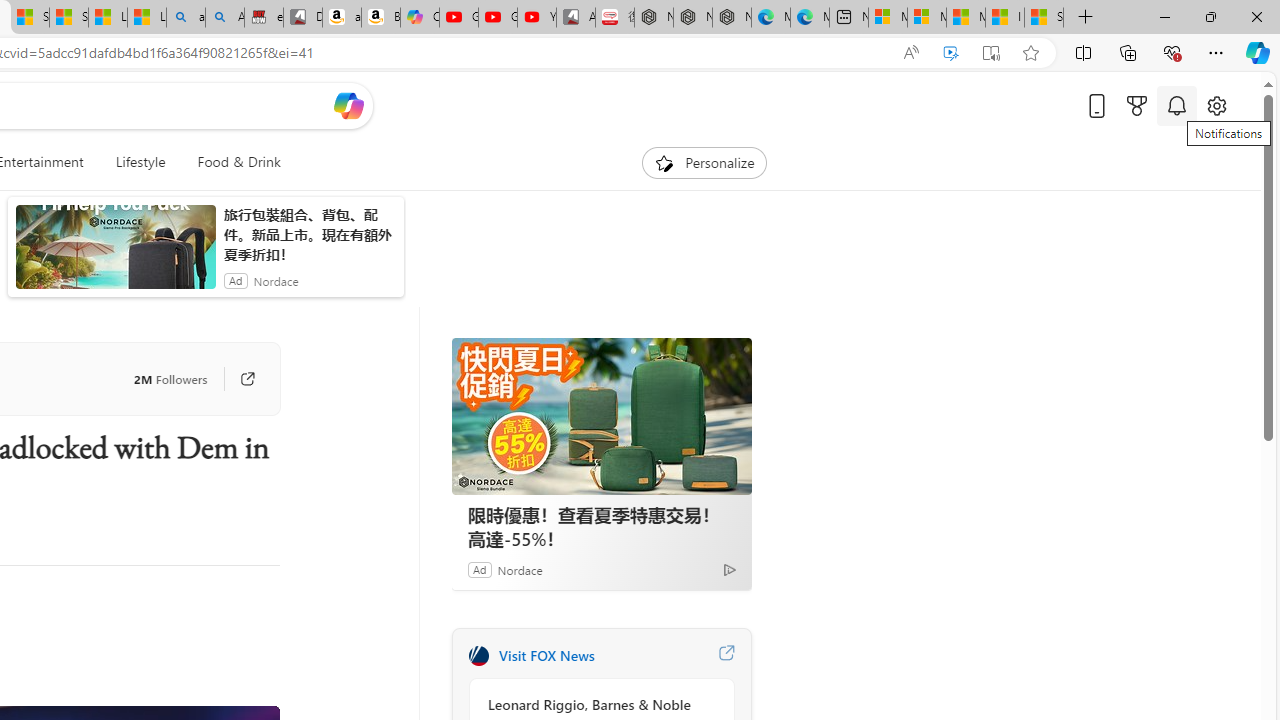 The height and width of the screenshot is (720, 1280). I want to click on 'Ad', so click(478, 569).